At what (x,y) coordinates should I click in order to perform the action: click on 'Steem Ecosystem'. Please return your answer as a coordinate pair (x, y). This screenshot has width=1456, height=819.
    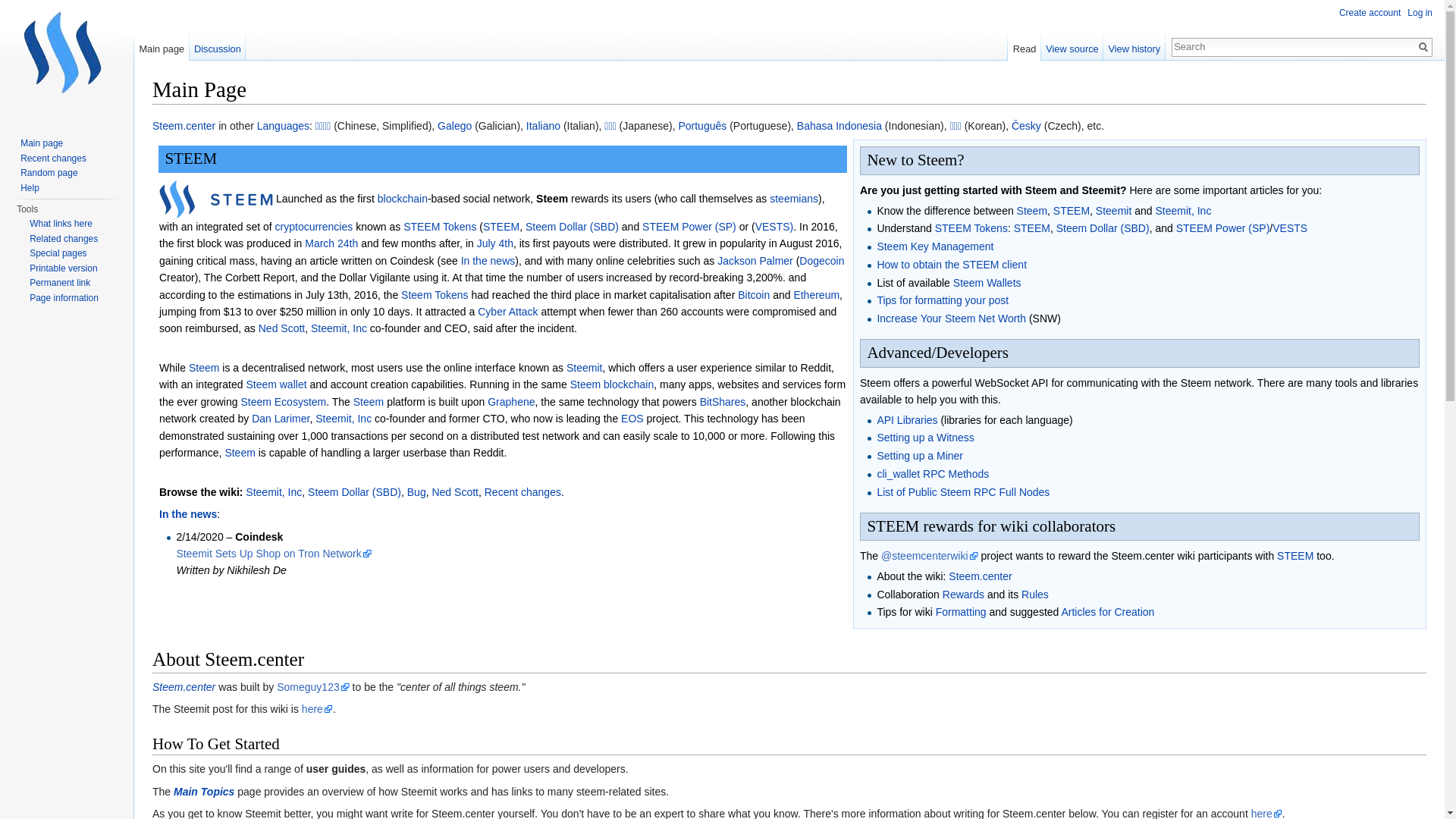
    Looking at the image, I should click on (283, 400).